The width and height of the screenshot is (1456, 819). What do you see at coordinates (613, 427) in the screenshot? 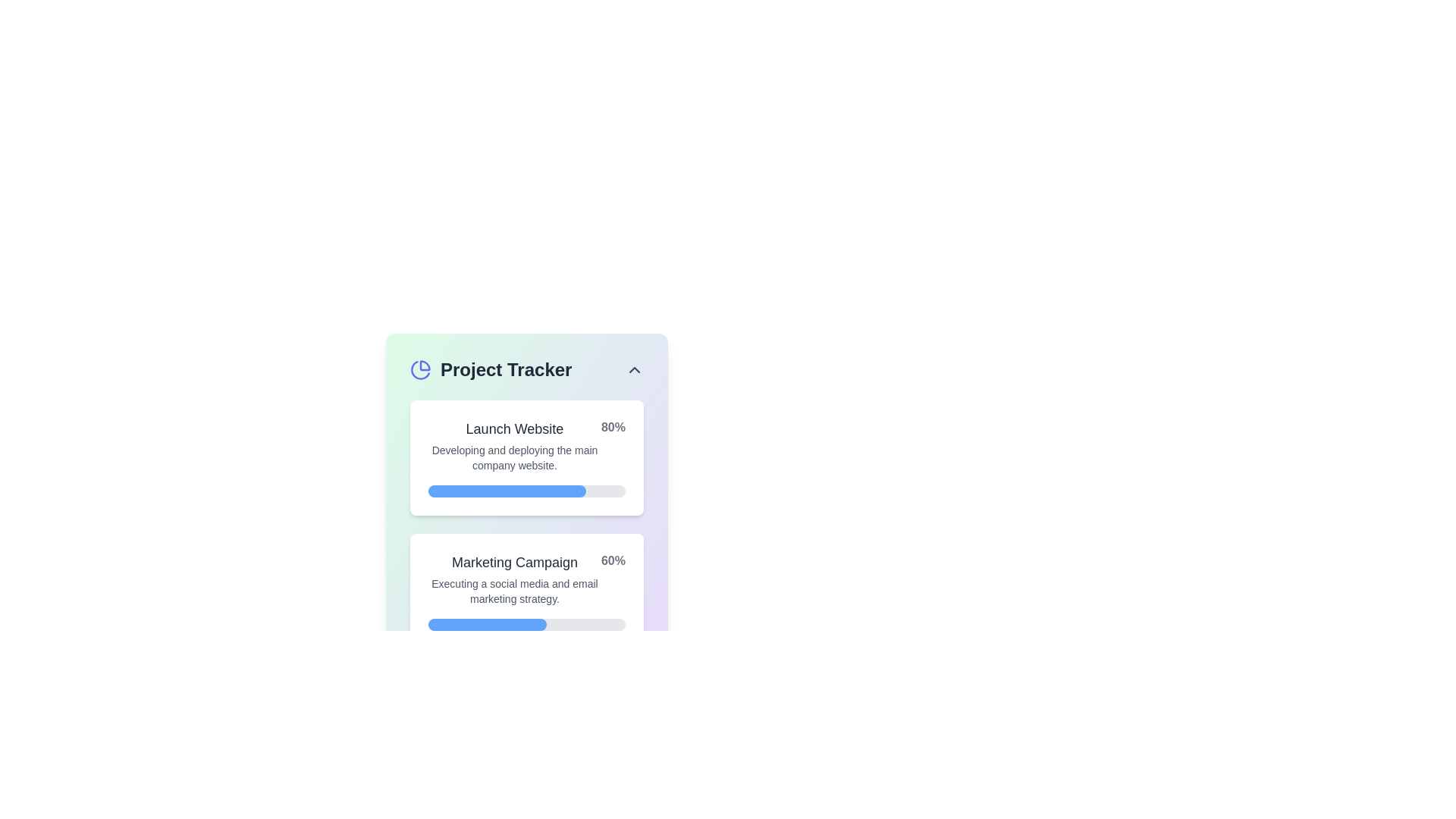
I see `the text label displaying '80%' in bold gray font, located at the top-right corner of the task card for 'Launch Website'` at bounding box center [613, 427].